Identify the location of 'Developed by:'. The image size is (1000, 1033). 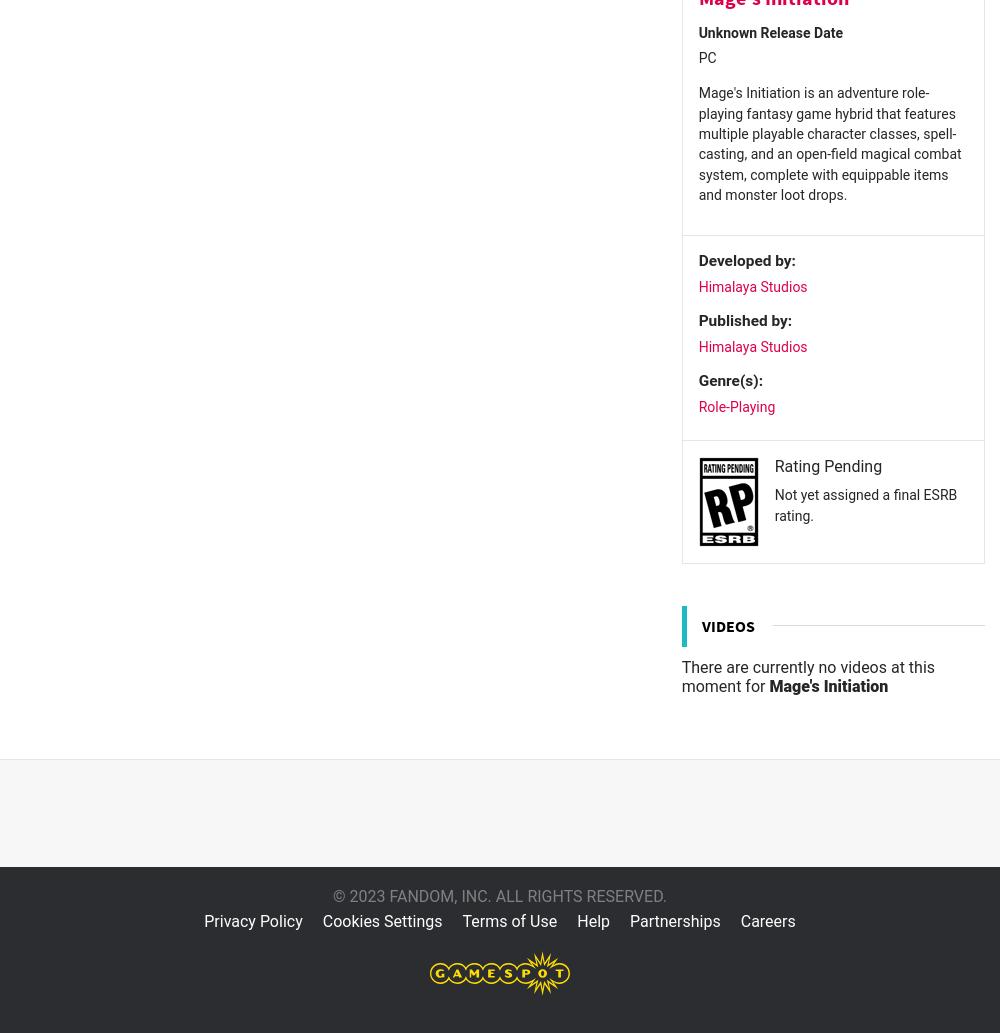
(697, 260).